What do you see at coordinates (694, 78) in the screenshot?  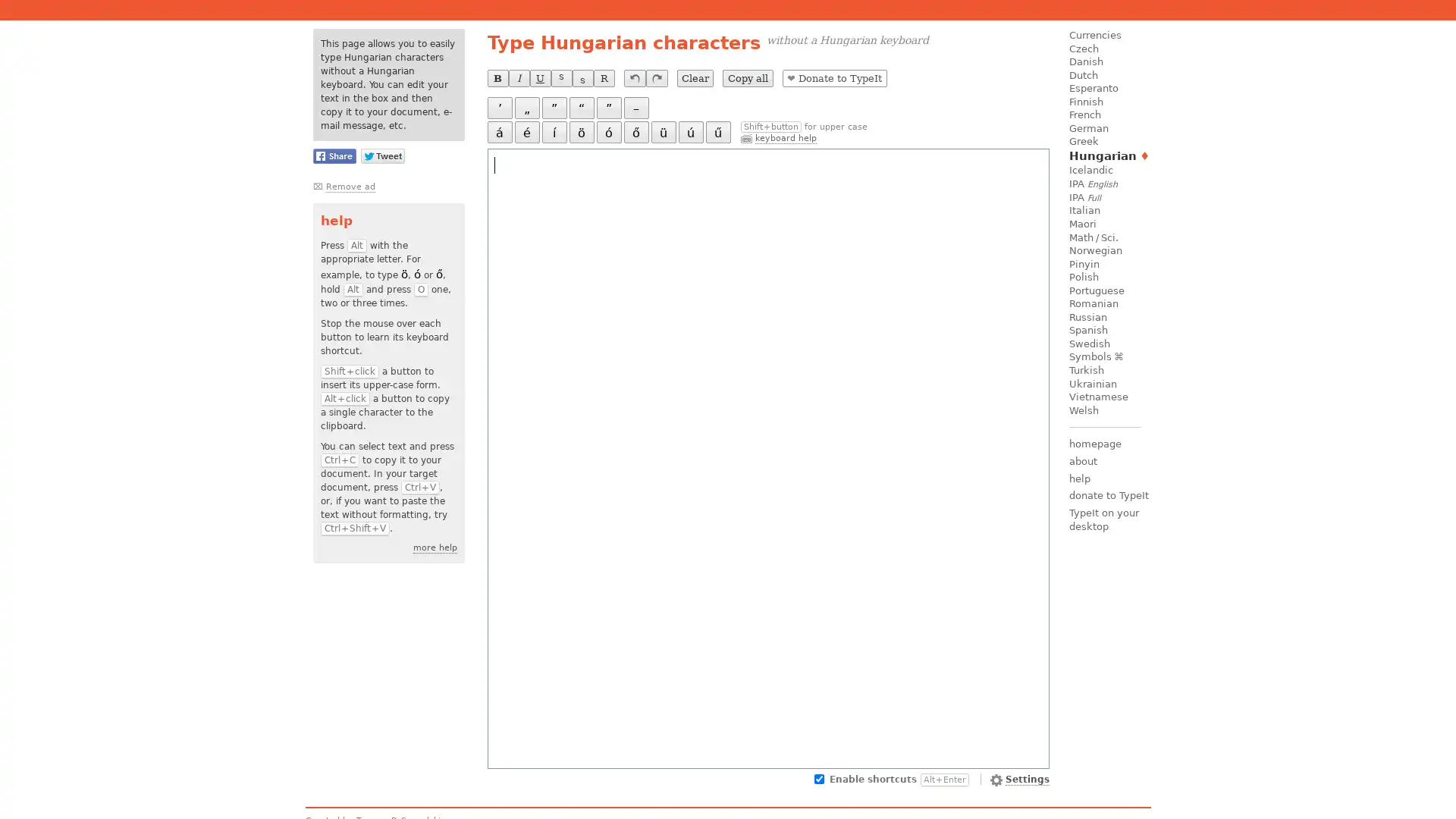 I see `Clear` at bounding box center [694, 78].